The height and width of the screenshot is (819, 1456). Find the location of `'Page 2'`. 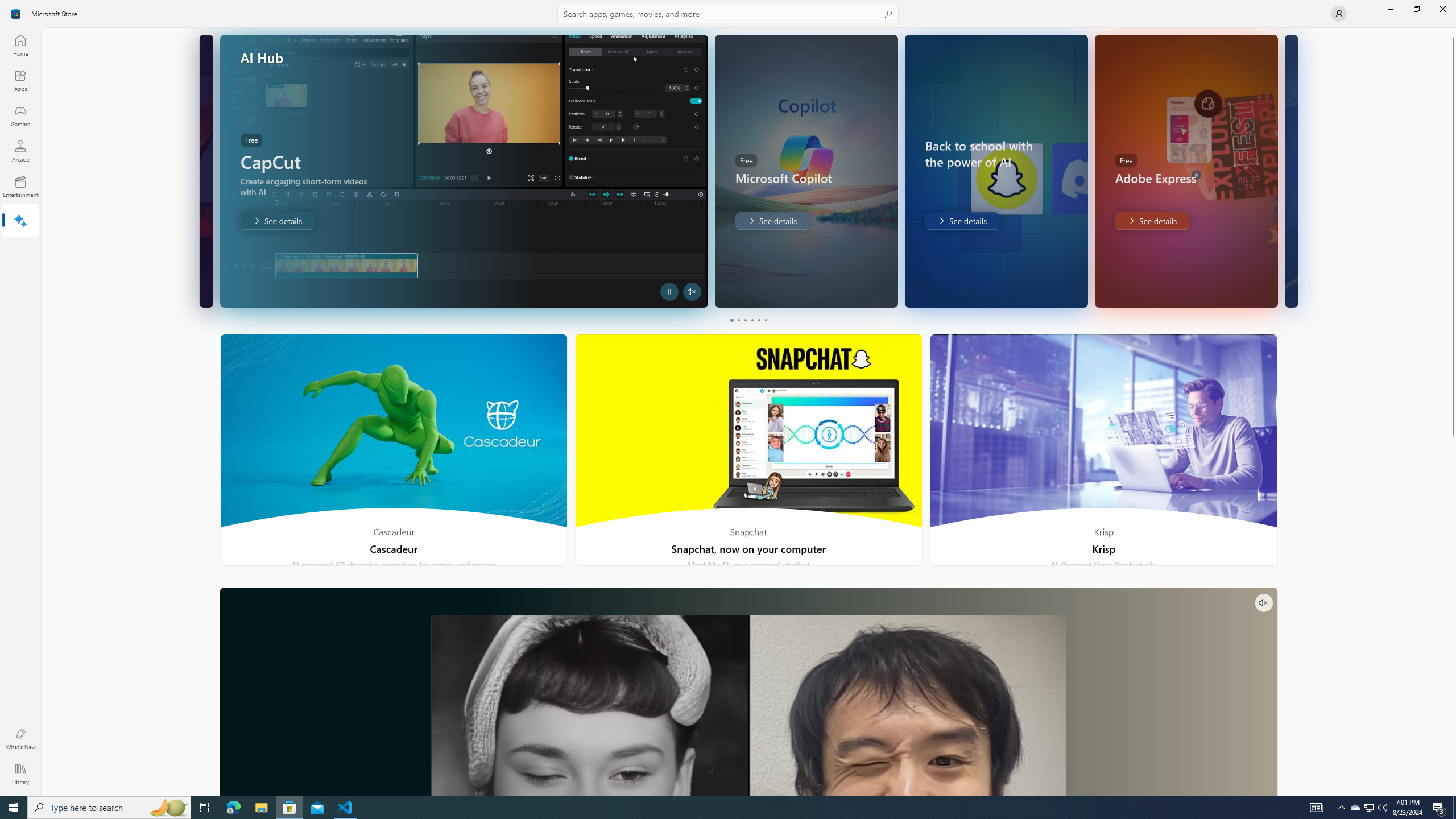

'Page 2' is located at coordinates (737, 320).